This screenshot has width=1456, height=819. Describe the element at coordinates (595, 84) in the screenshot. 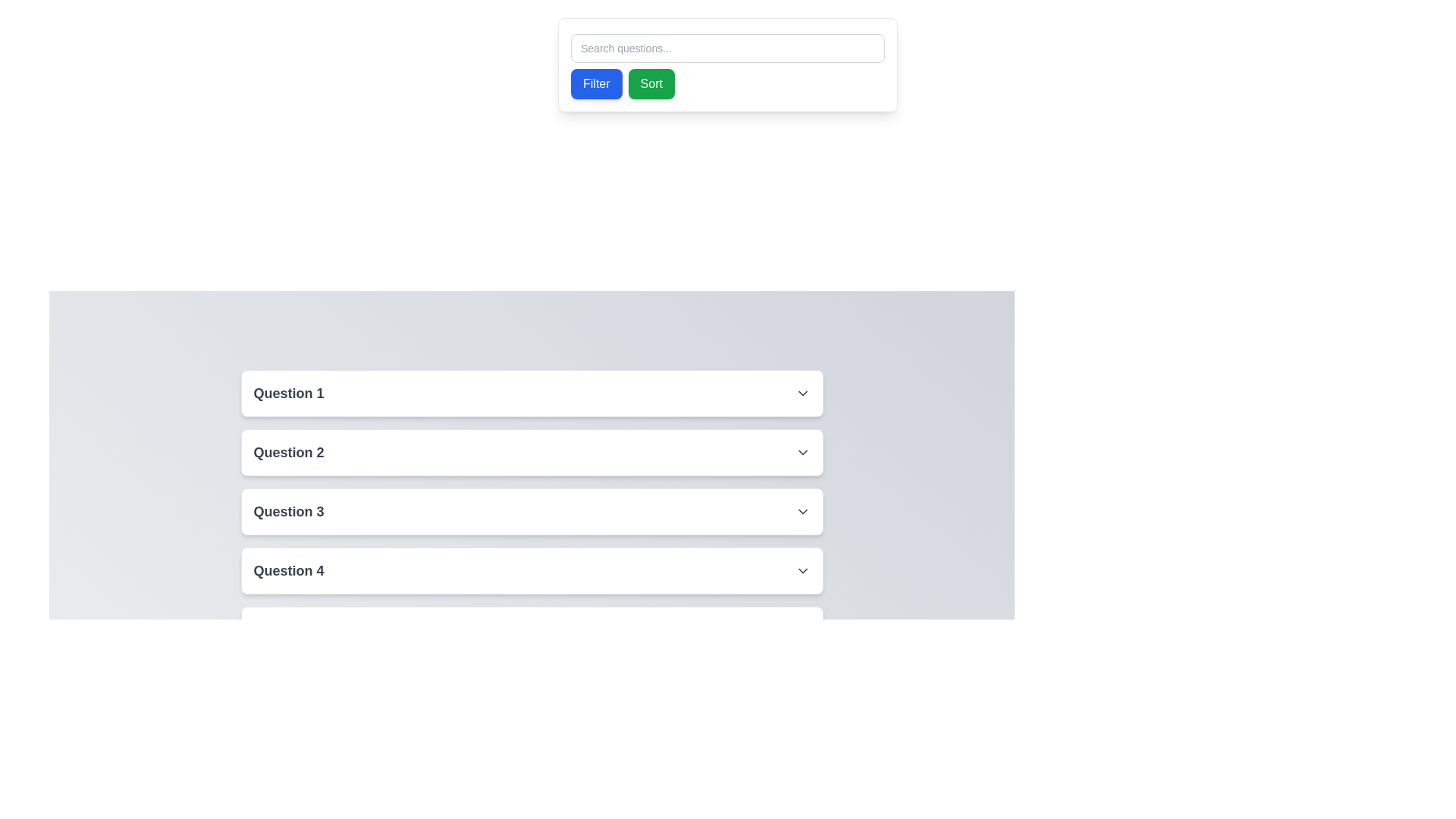

I see `the first button in the horizontal layout` at that location.